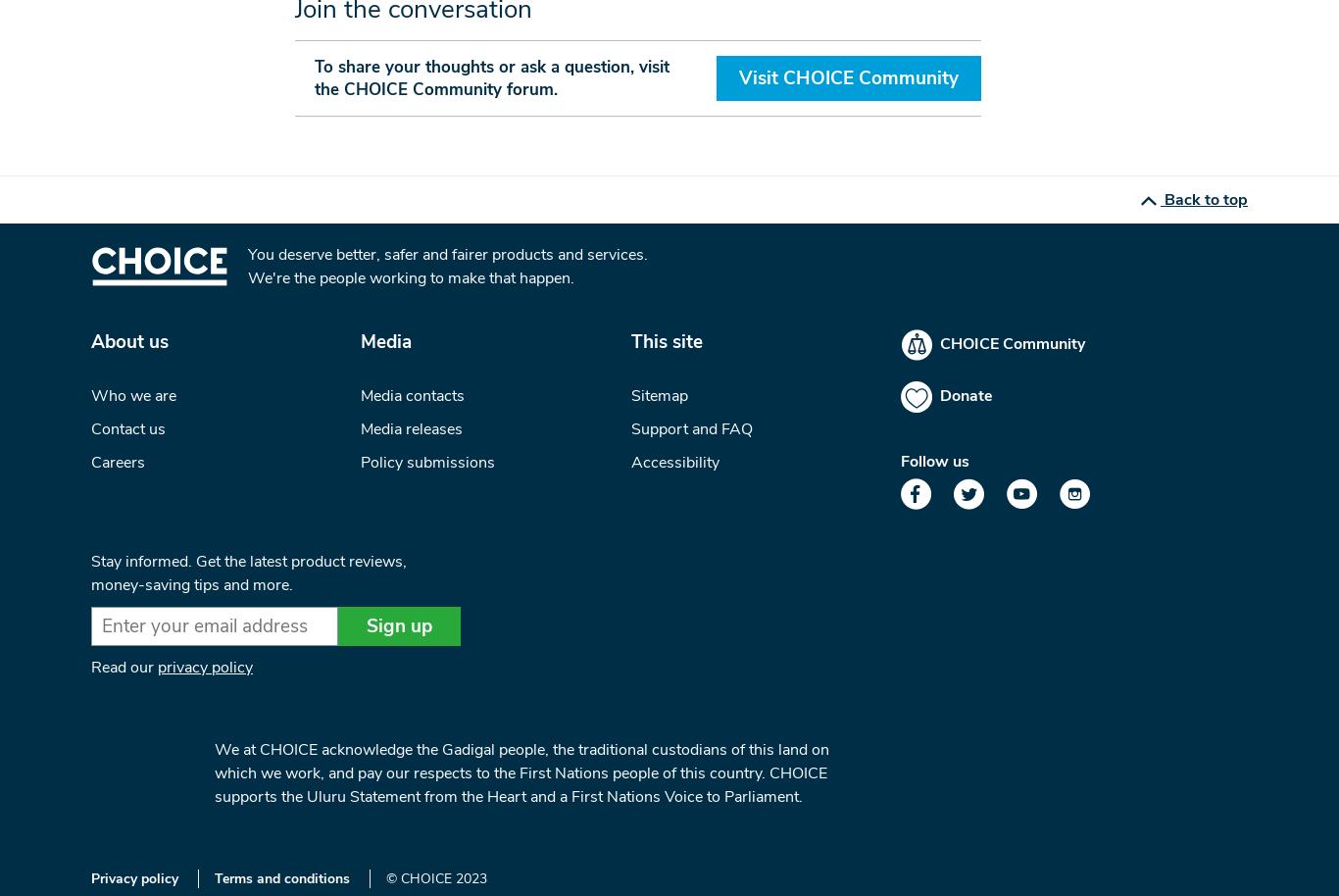 The image size is (1339, 896). Describe the element at coordinates (204, 668) in the screenshot. I see `'privacy policy'` at that location.